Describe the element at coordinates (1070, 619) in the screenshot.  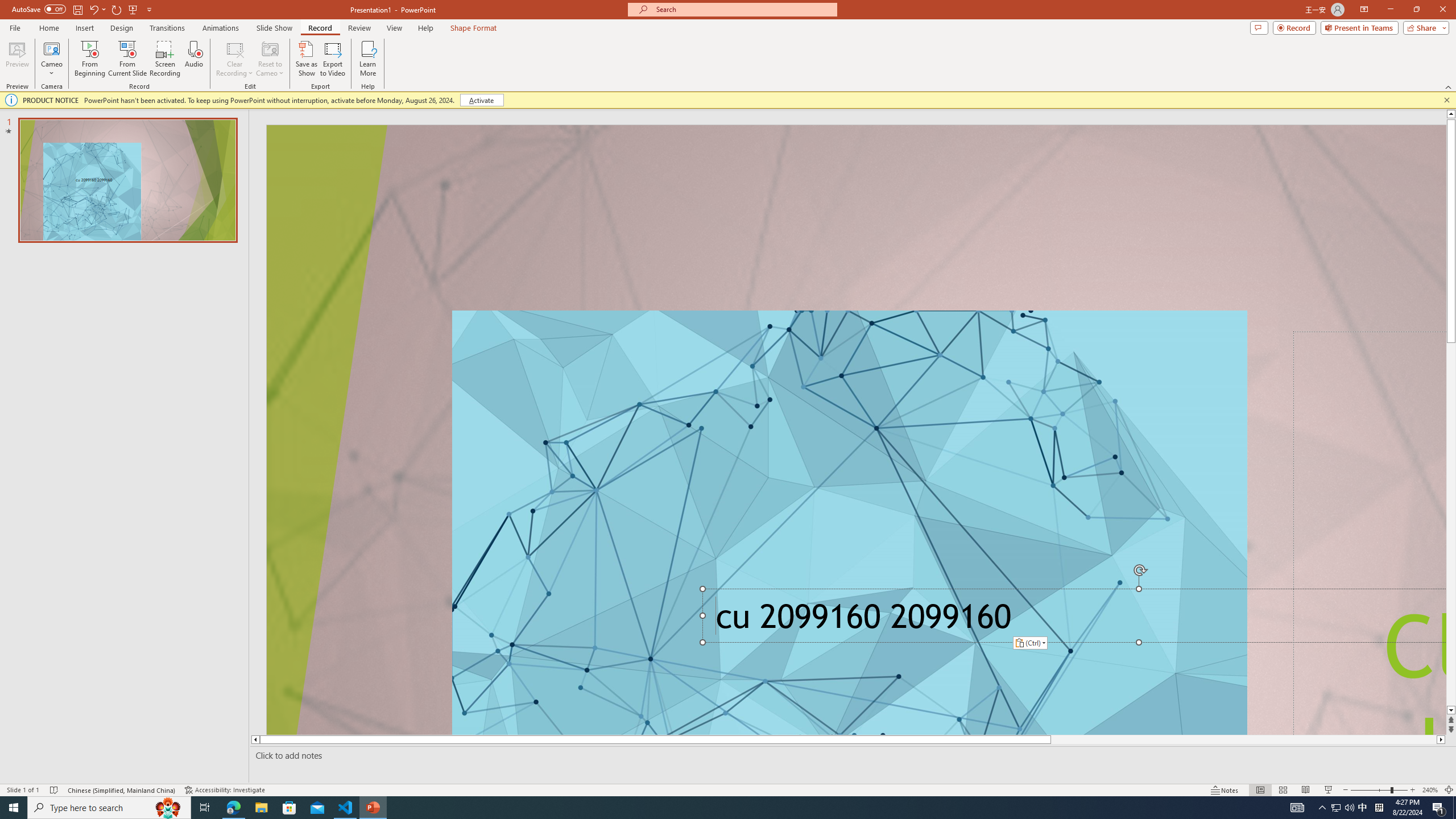
I see `'TextBox 61'` at that location.